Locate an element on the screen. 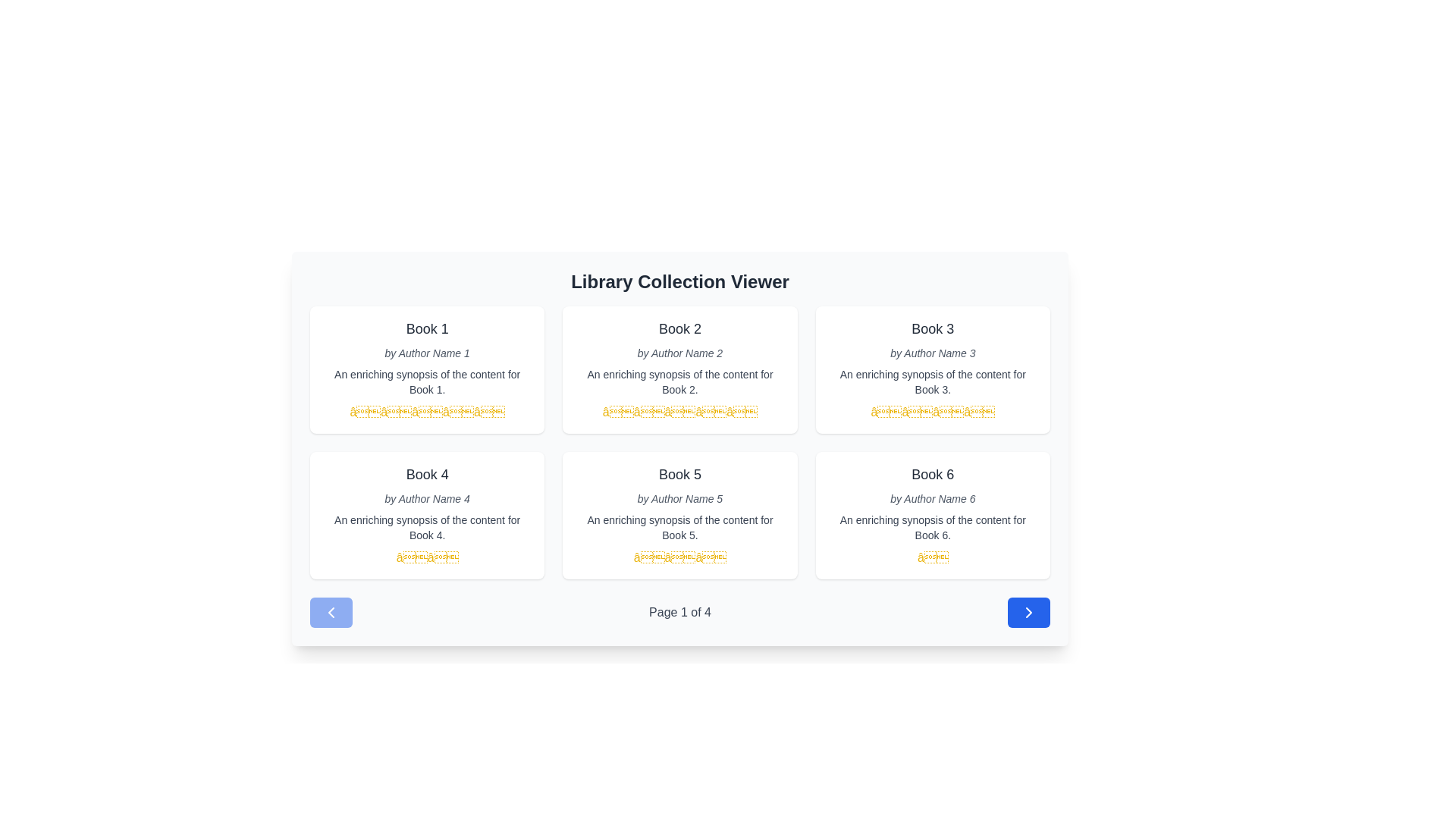 This screenshot has height=819, width=1456. the first star icon representing the rating is located at coordinates (618, 412).